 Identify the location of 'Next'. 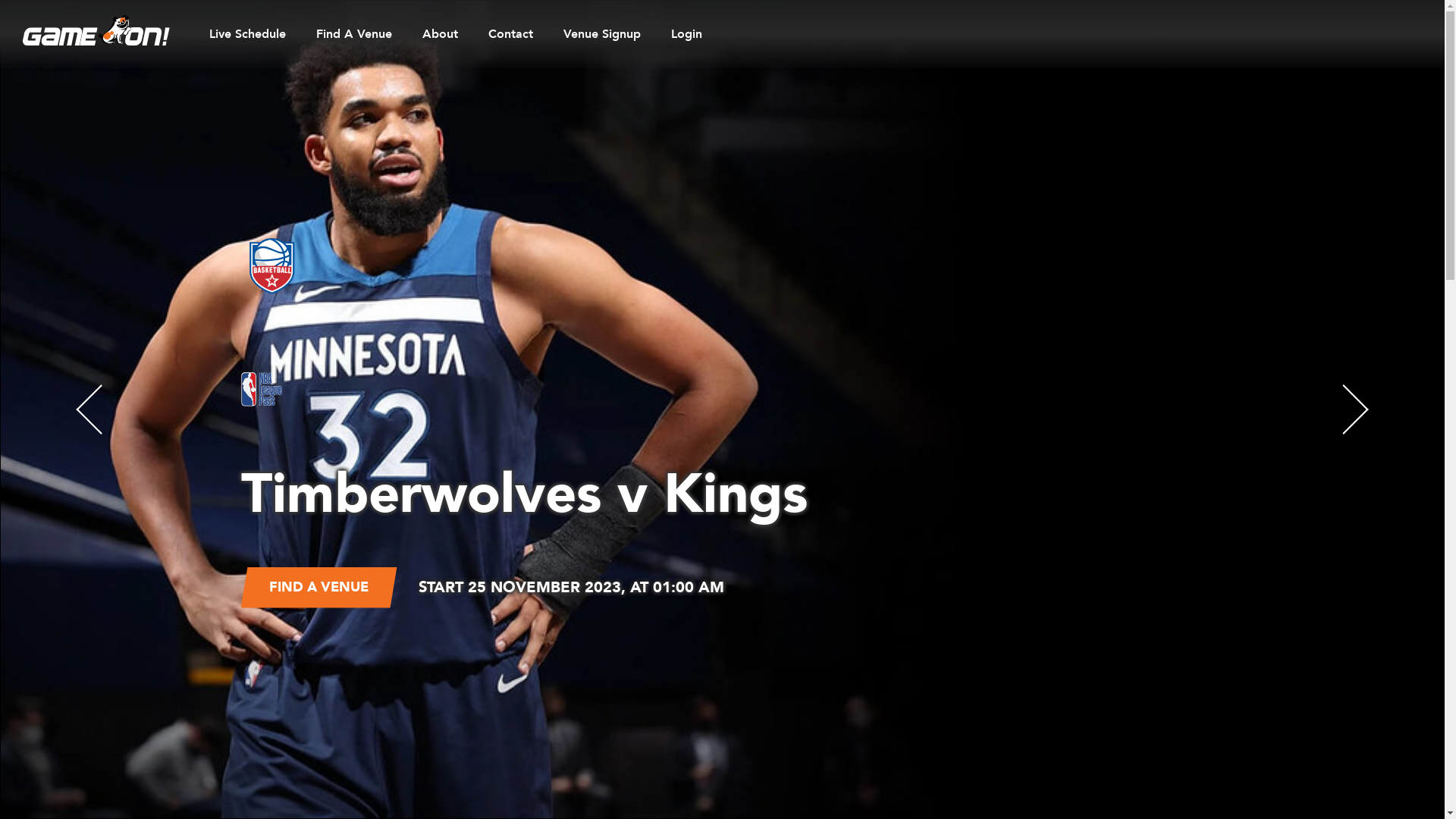
(1355, 409).